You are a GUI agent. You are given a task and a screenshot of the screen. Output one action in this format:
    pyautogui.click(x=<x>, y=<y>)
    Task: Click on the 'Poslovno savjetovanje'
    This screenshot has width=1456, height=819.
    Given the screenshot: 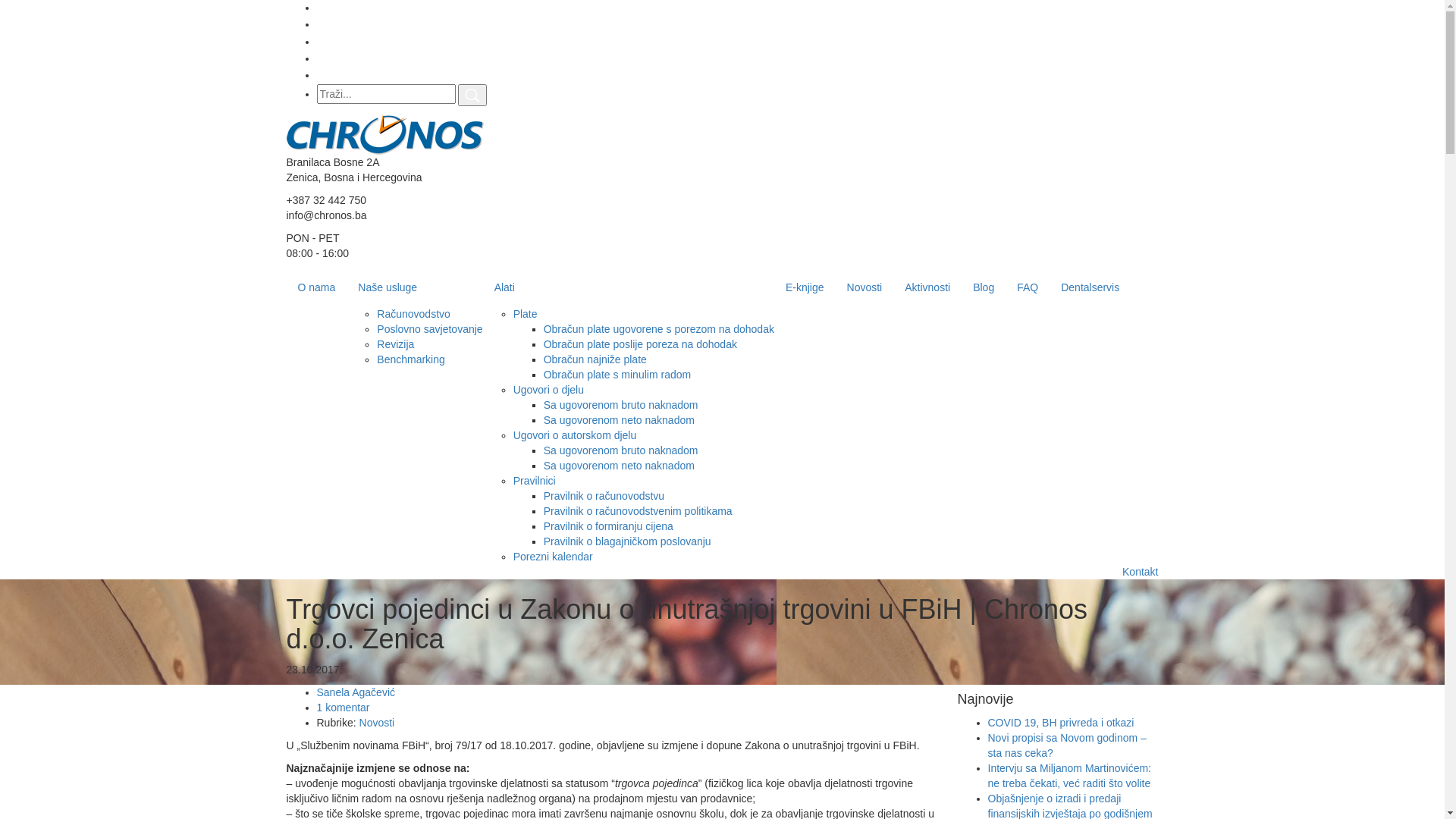 What is the action you would take?
    pyautogui.click(x=428, y=328)
    